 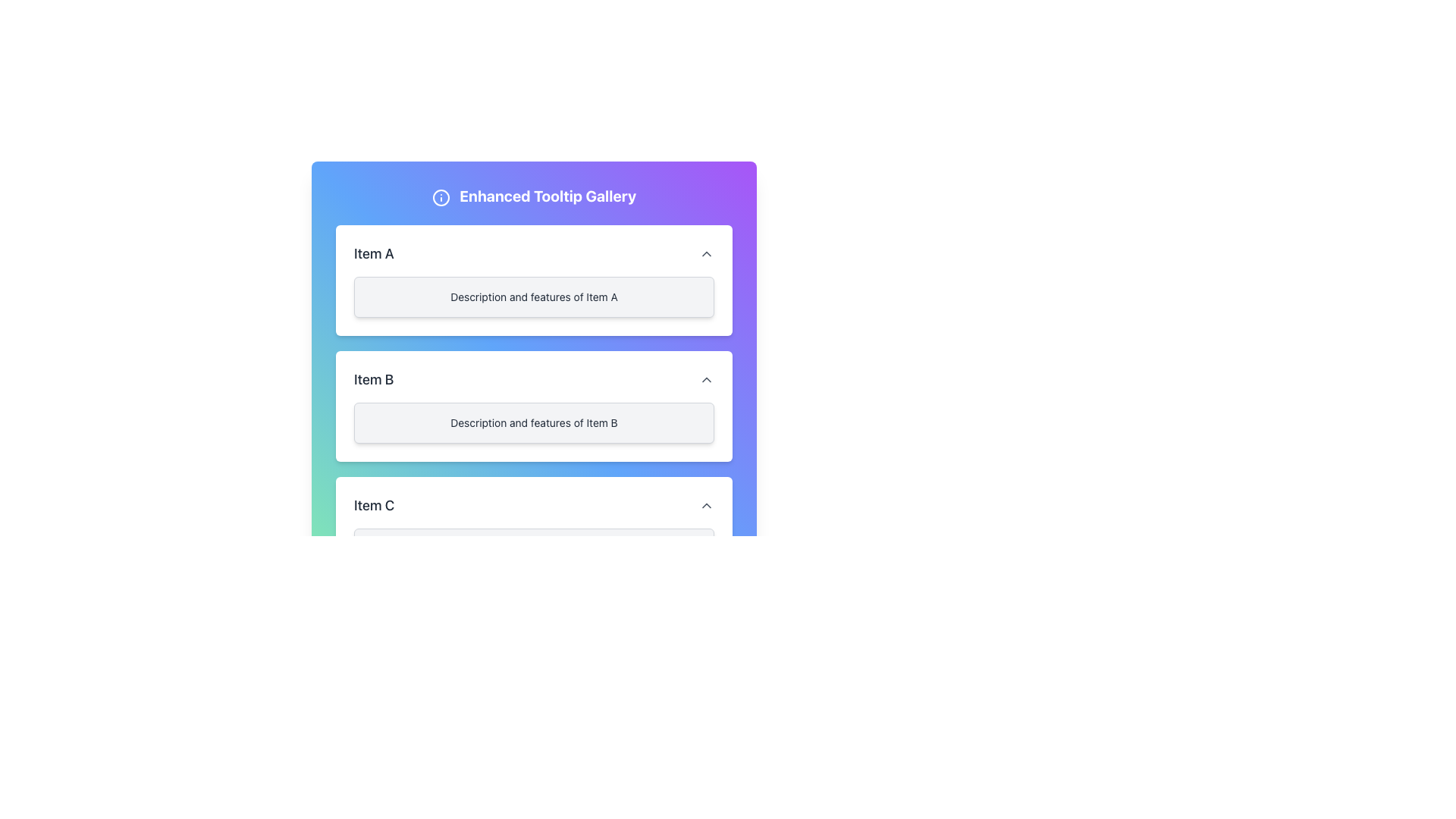 What do you see at coordinates (534, 406) in the screenshot?
I see `the Informational Panel that provides details about 'Item B' in the 'Enhanced Tooltip Gallery'` at bounding box center [534, 406].